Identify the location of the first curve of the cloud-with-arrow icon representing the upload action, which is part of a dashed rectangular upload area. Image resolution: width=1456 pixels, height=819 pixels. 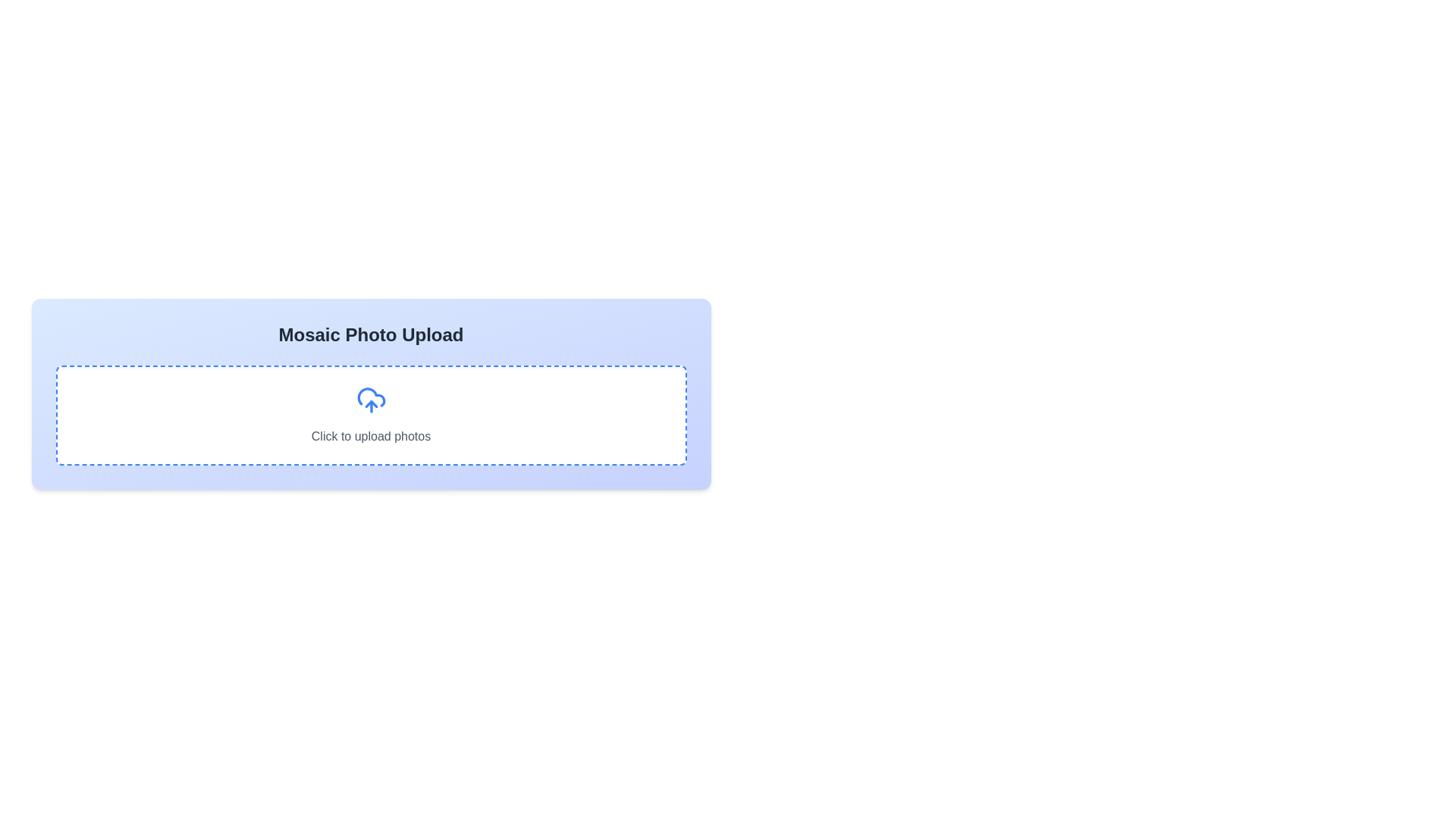
(371, 397).